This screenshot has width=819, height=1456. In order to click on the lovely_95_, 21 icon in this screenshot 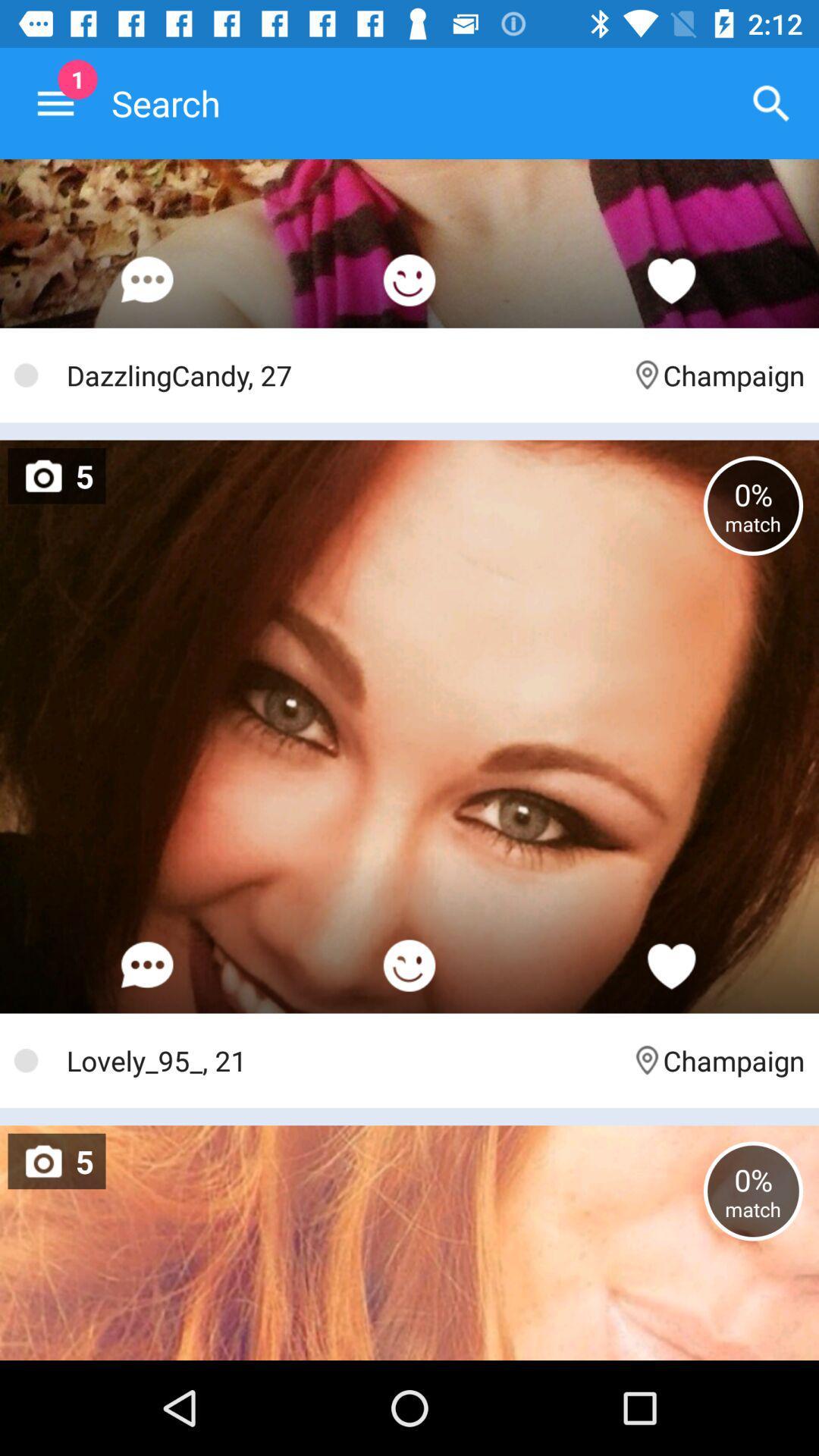, I will do `click(341, 1059)`.